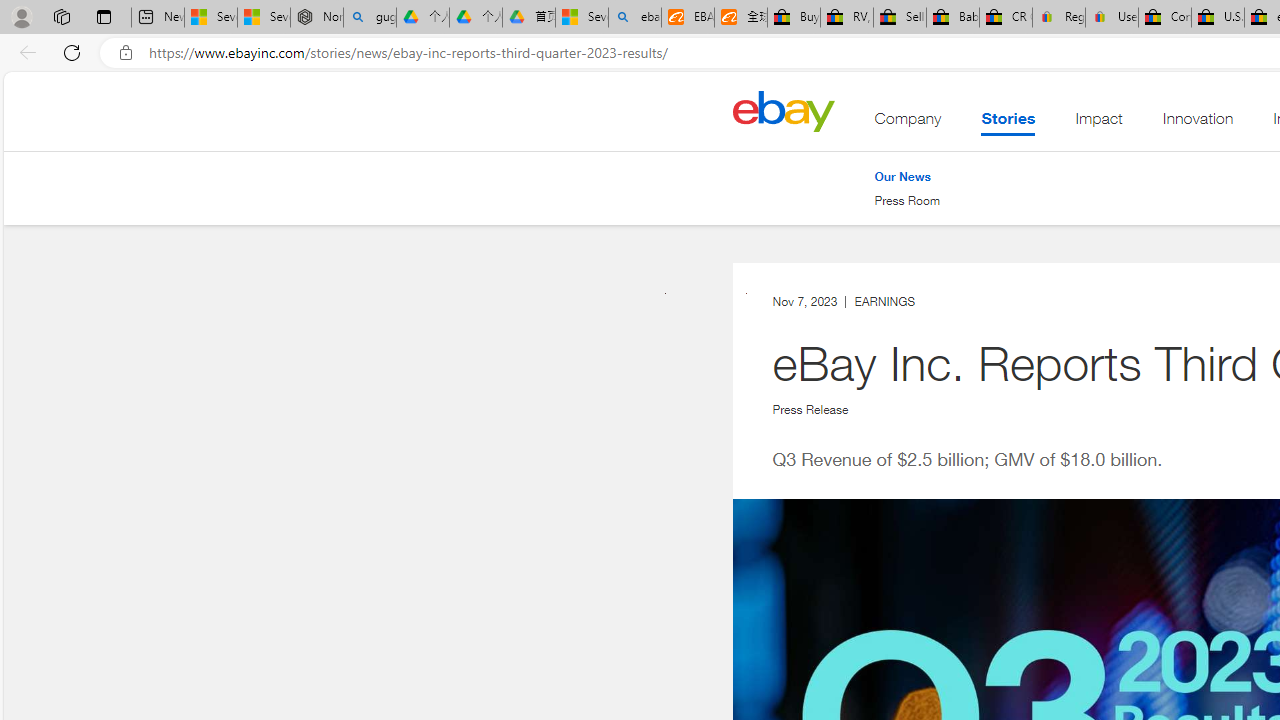 The height and width of the screenshot is (720, 1280). I want to click on 'Our News', so click(906, 176).